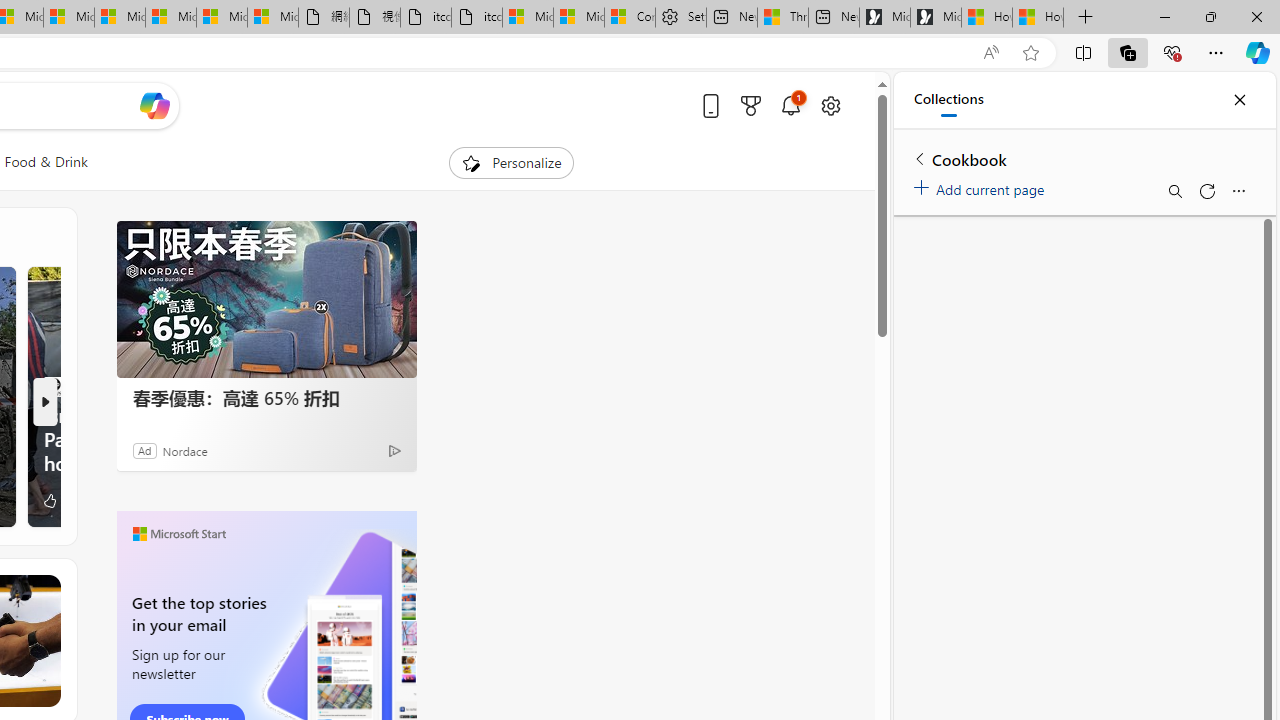  What do you see at coordinates (919, 158) in the screenshot?
I see `'Back to list of collections'` at bounding box center [919, 158].